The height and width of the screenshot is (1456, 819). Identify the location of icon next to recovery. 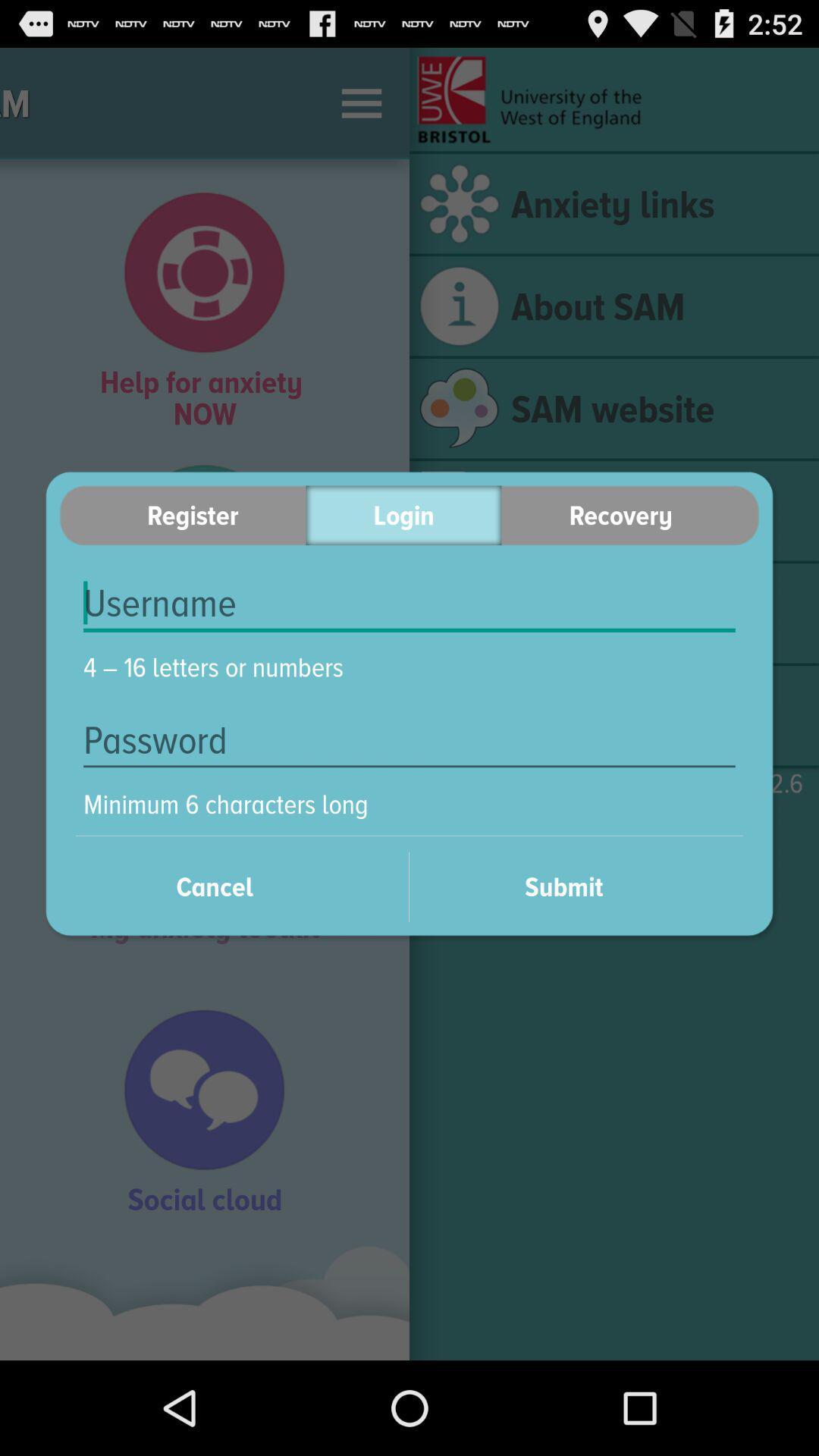
(403, 515).